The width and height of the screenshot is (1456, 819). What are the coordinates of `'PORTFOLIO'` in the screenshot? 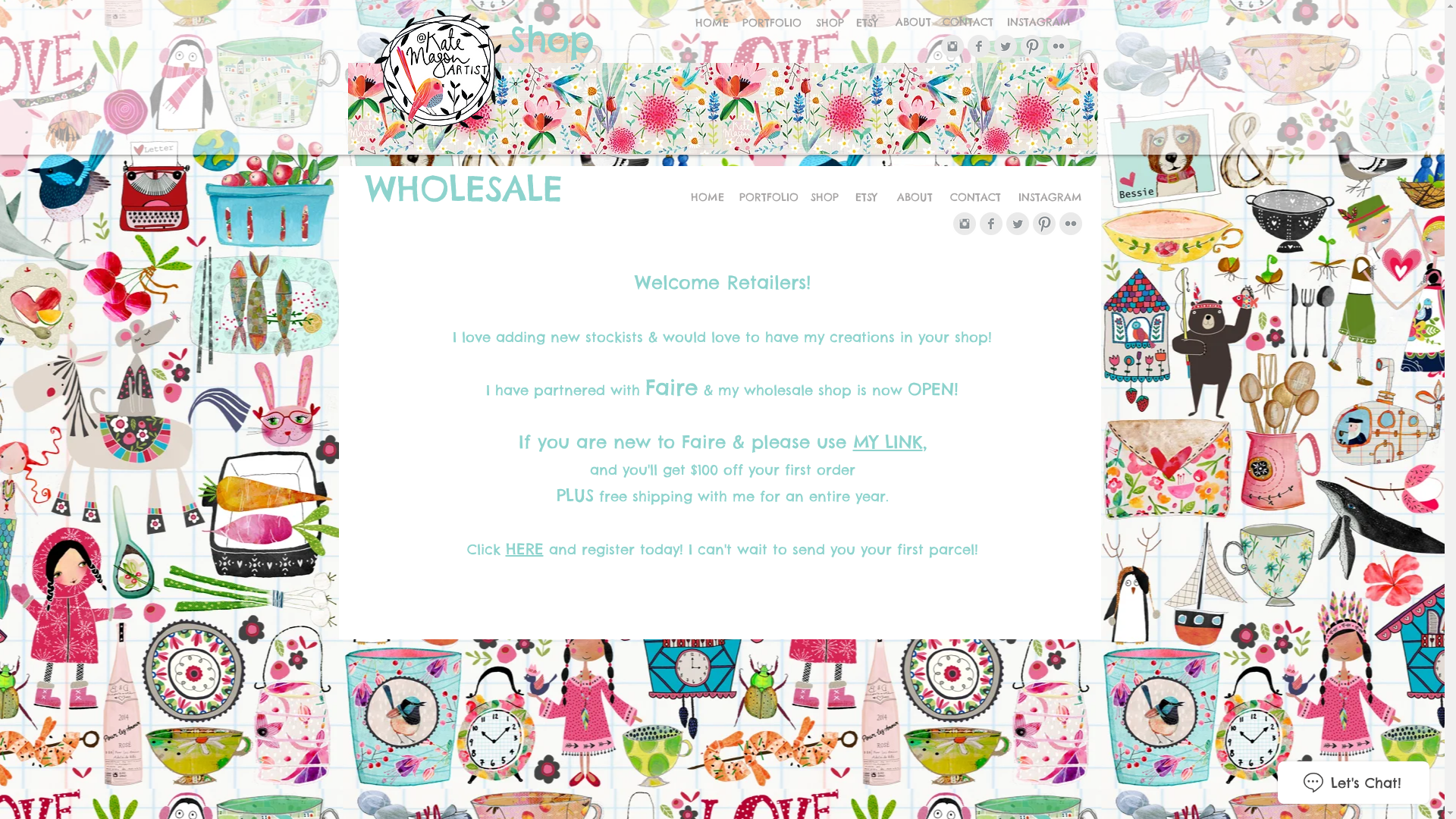 It's located at (736, 197).